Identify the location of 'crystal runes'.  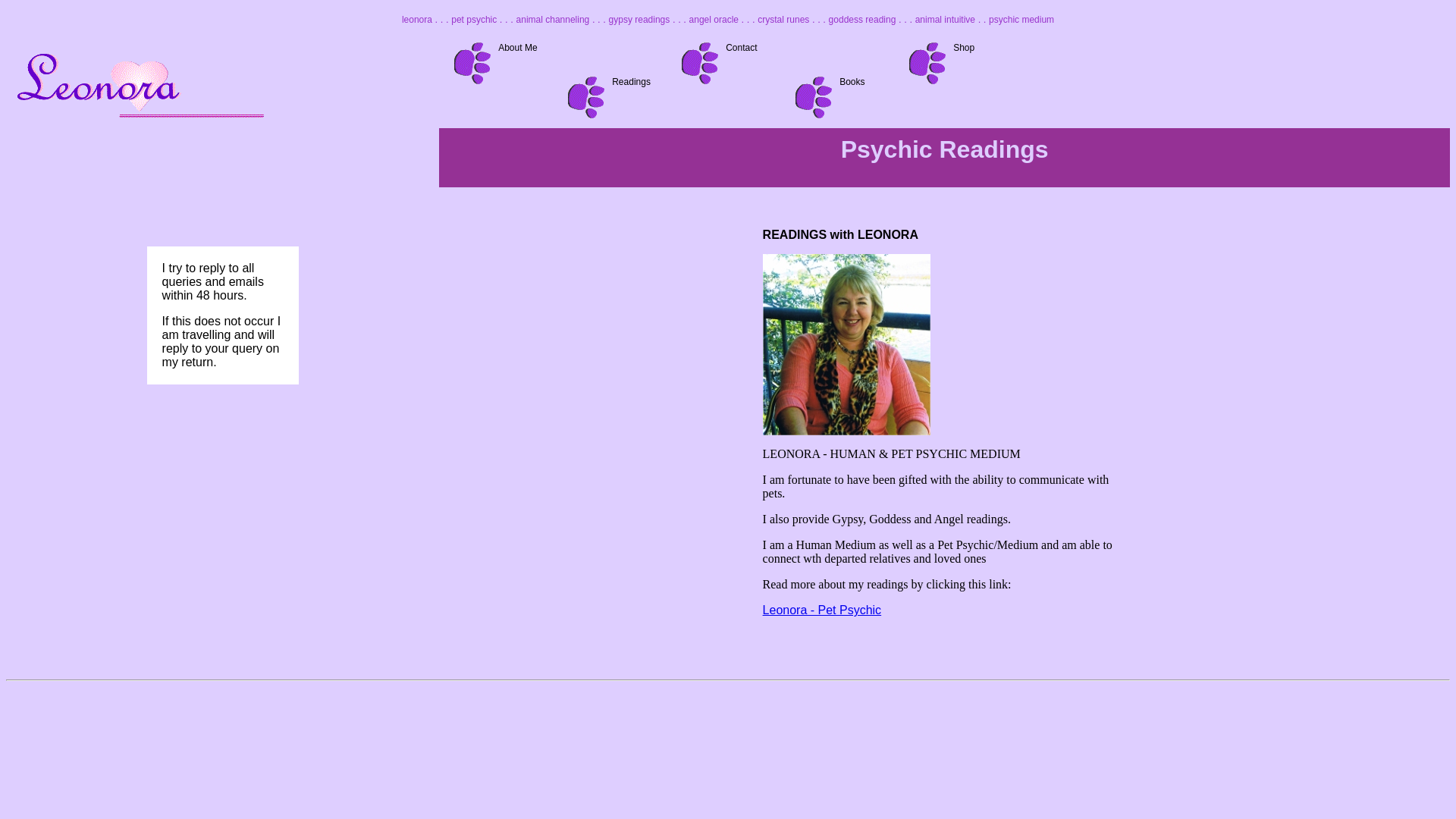
(783, 20).